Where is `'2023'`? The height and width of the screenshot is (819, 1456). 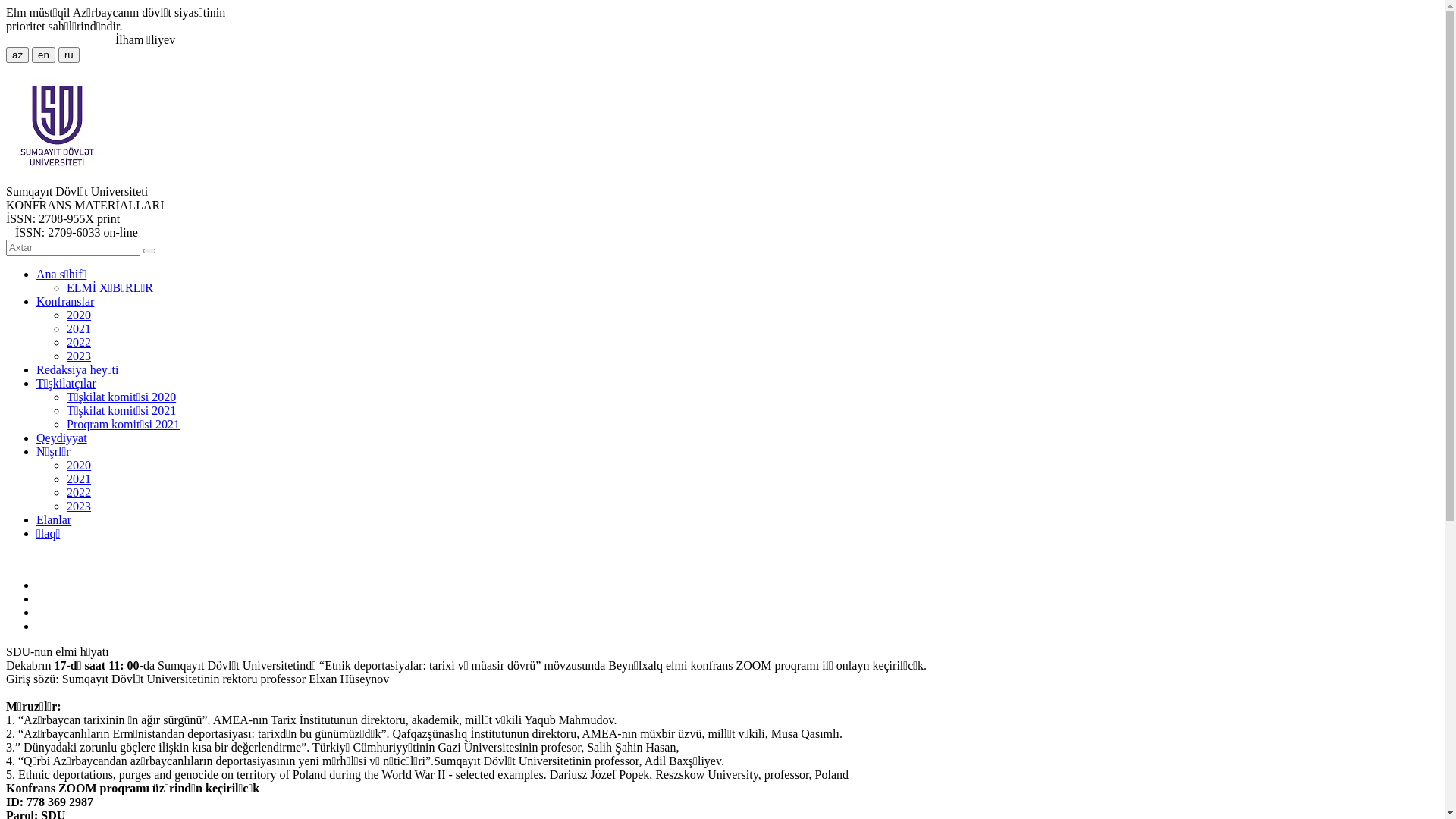 '2023' is located at coordinates (65, 356).